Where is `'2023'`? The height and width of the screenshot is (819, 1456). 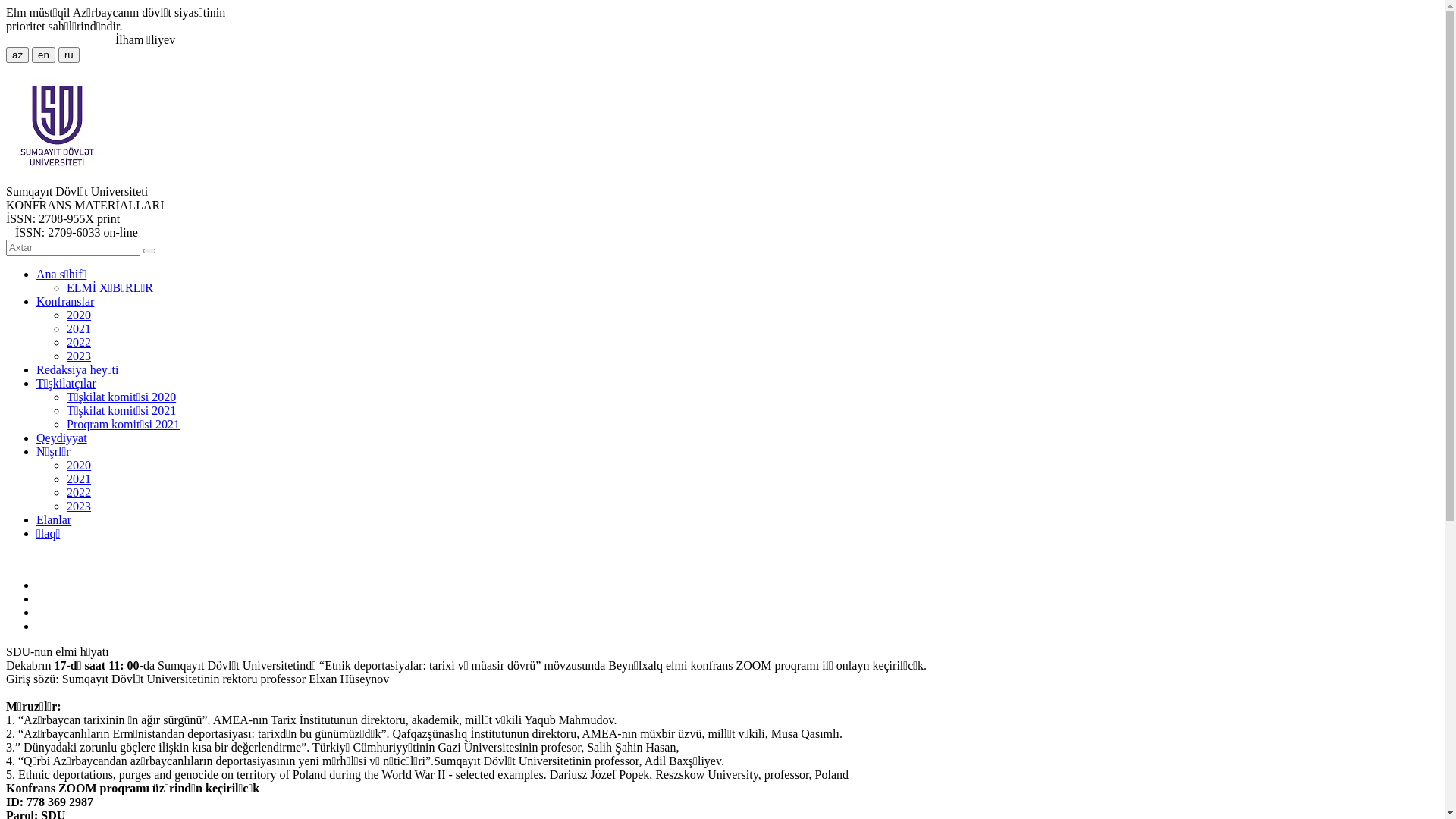 '2023' is located at coordinates (65, 356).